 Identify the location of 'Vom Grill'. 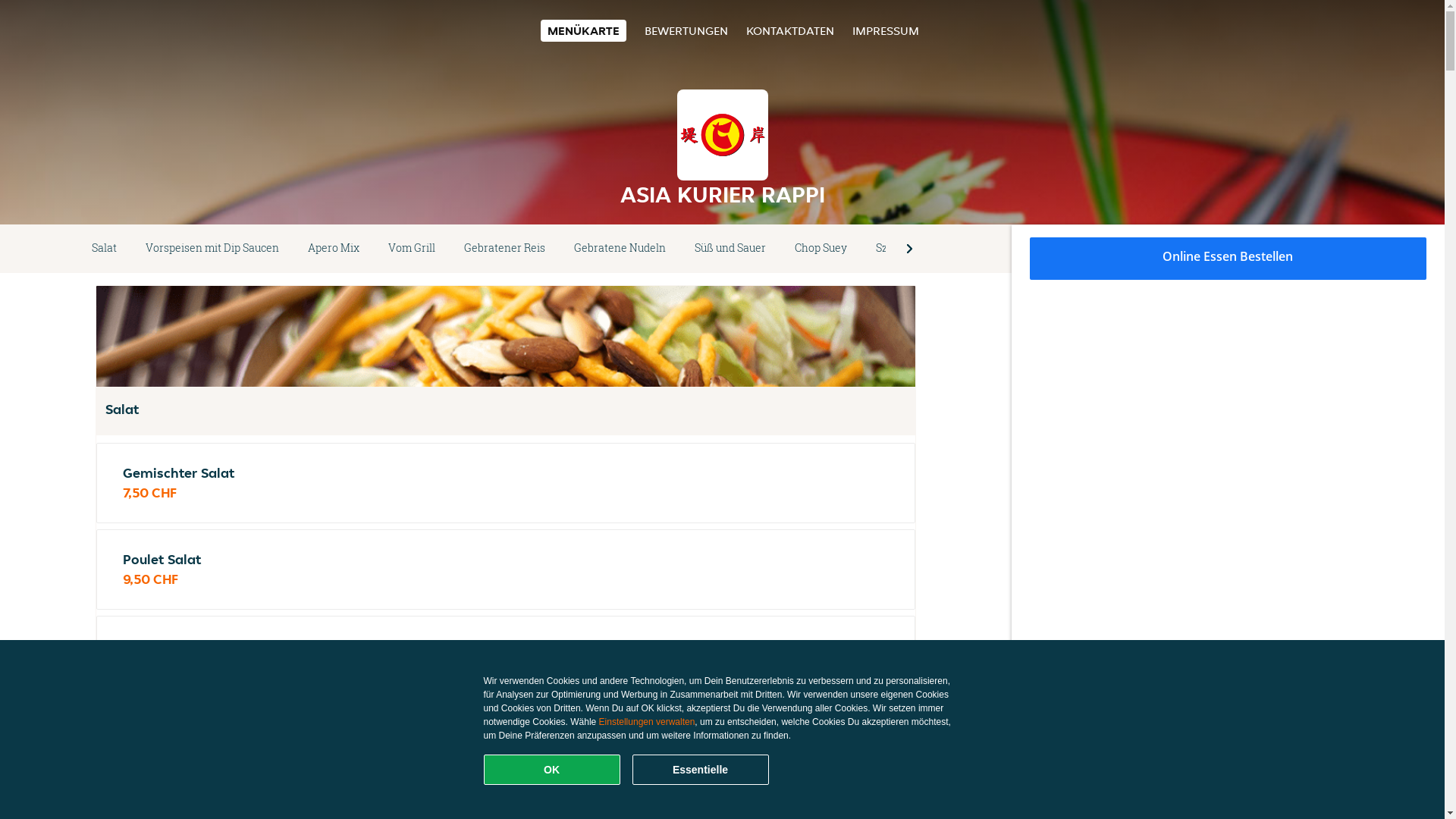
(411, 247).